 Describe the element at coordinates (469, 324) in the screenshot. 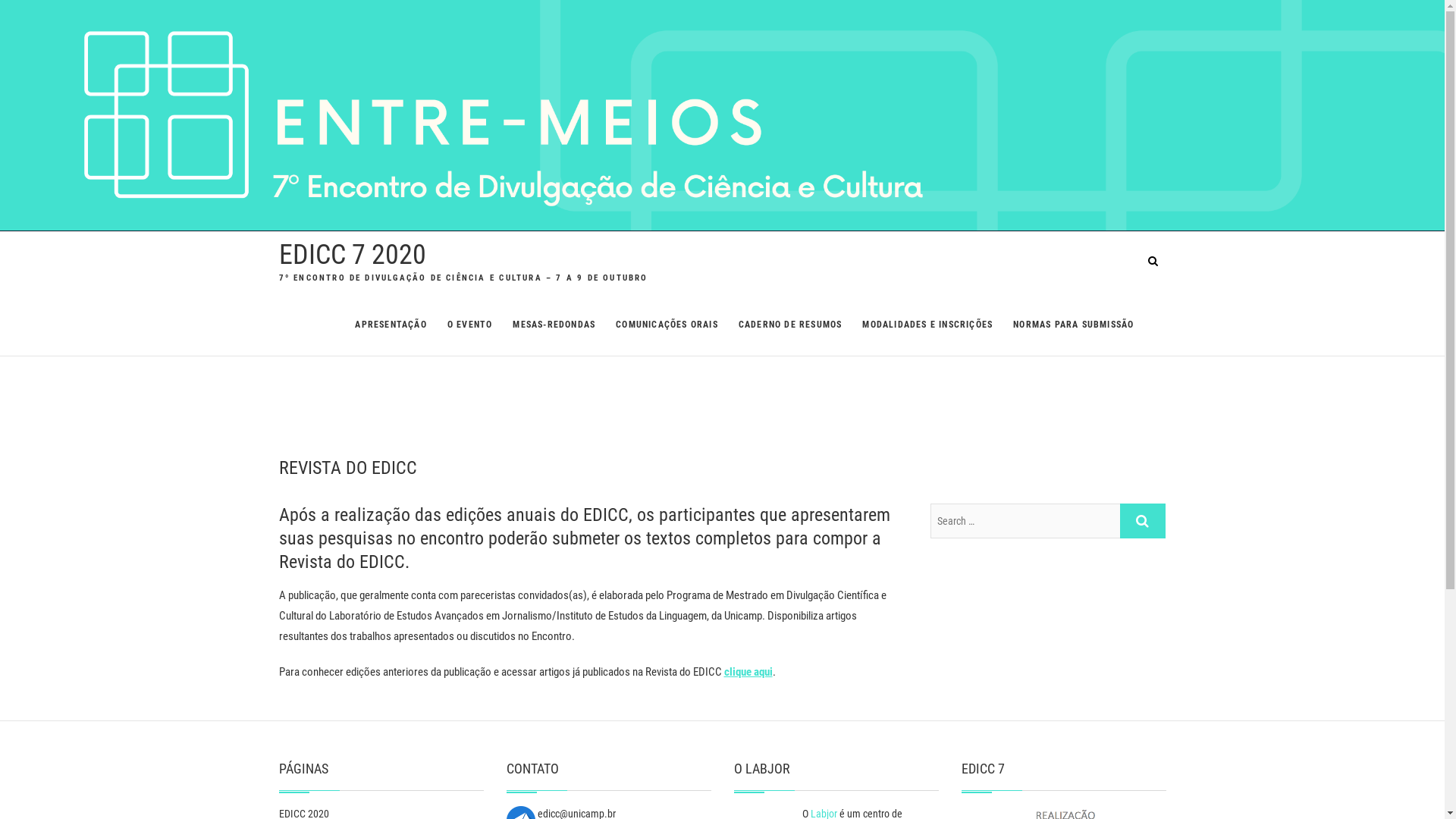

I see `'O EVENTO'` at that location.